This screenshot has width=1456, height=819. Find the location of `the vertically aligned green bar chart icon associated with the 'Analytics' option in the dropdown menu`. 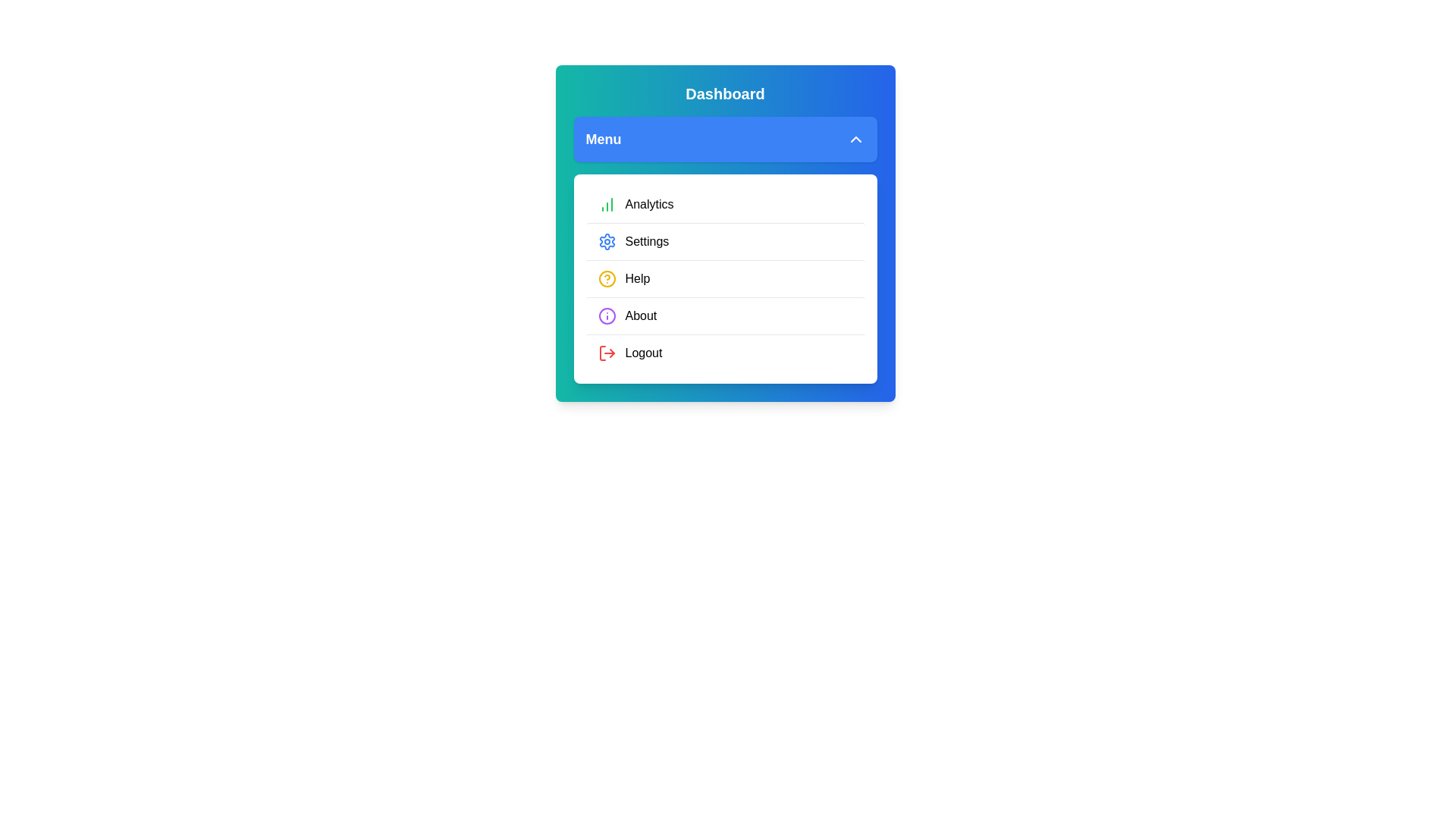

the vertically aligned green bar chart icon associated with the 'Analytics' option in the dropdown menu is located at coordinates (607, 205).